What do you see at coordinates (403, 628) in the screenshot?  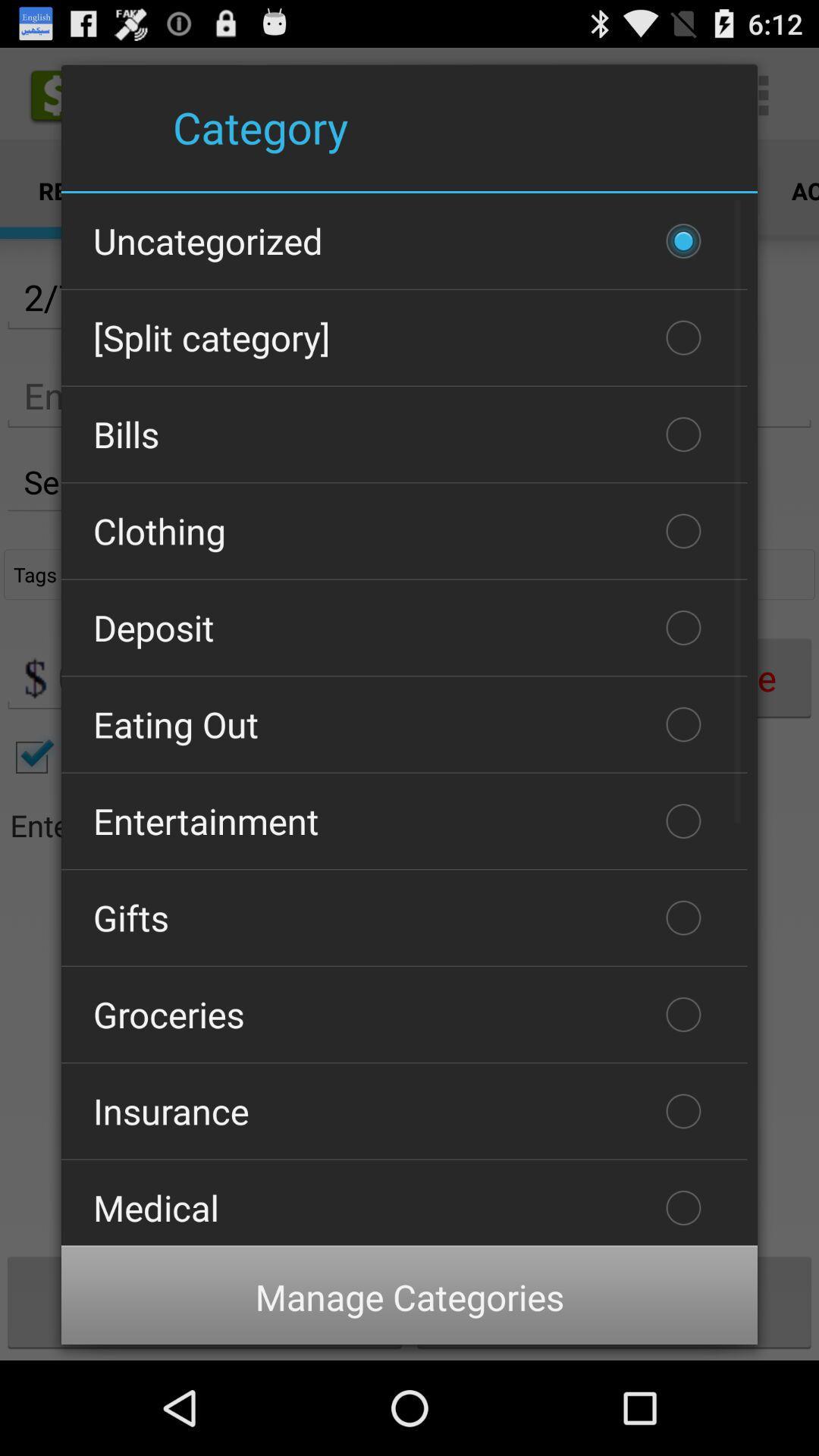 I see `deposit item` at bounding box center [403, 628].